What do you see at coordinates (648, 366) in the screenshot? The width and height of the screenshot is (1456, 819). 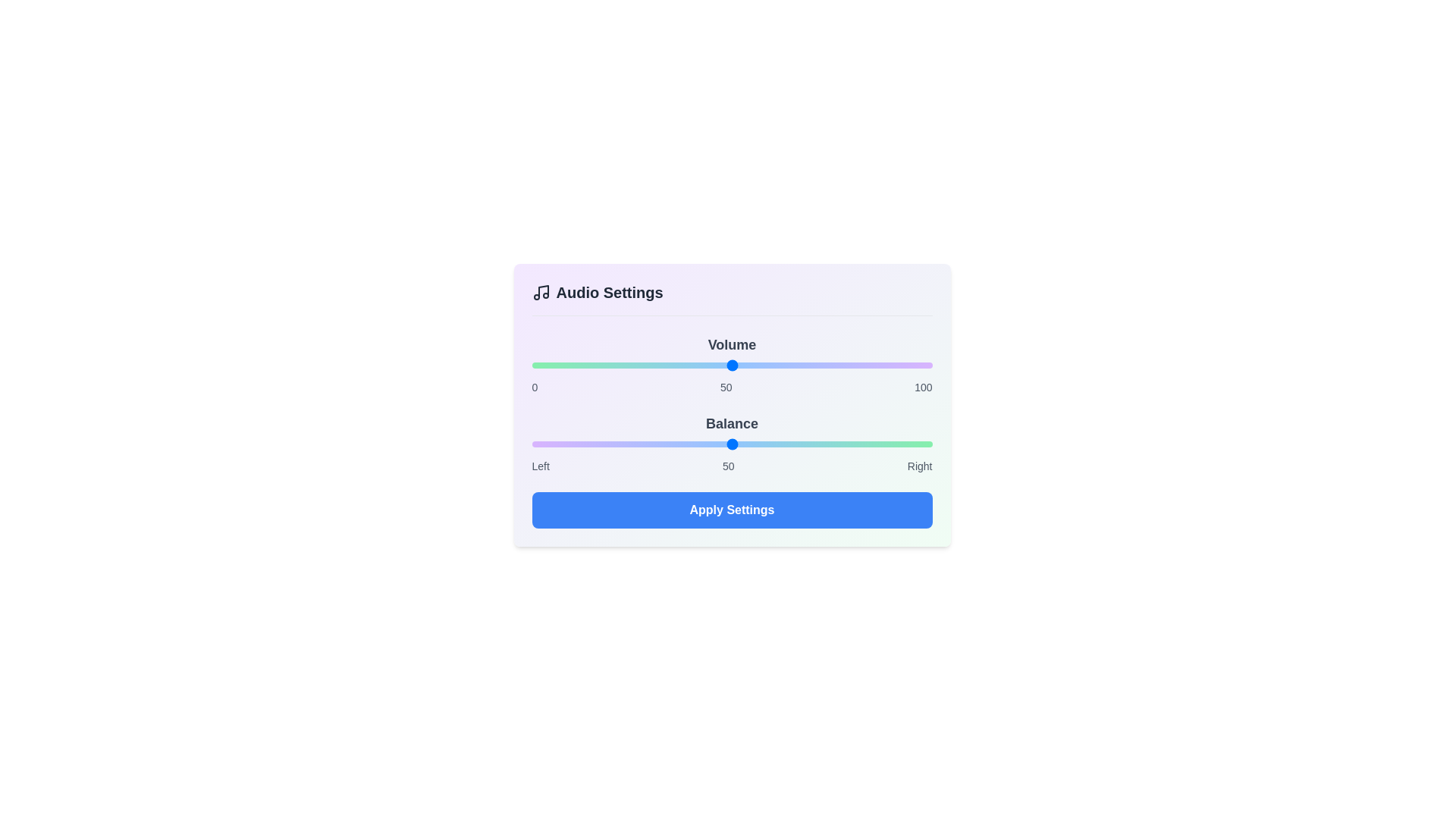 I see `the volume level` at bounding box center [648, 366].